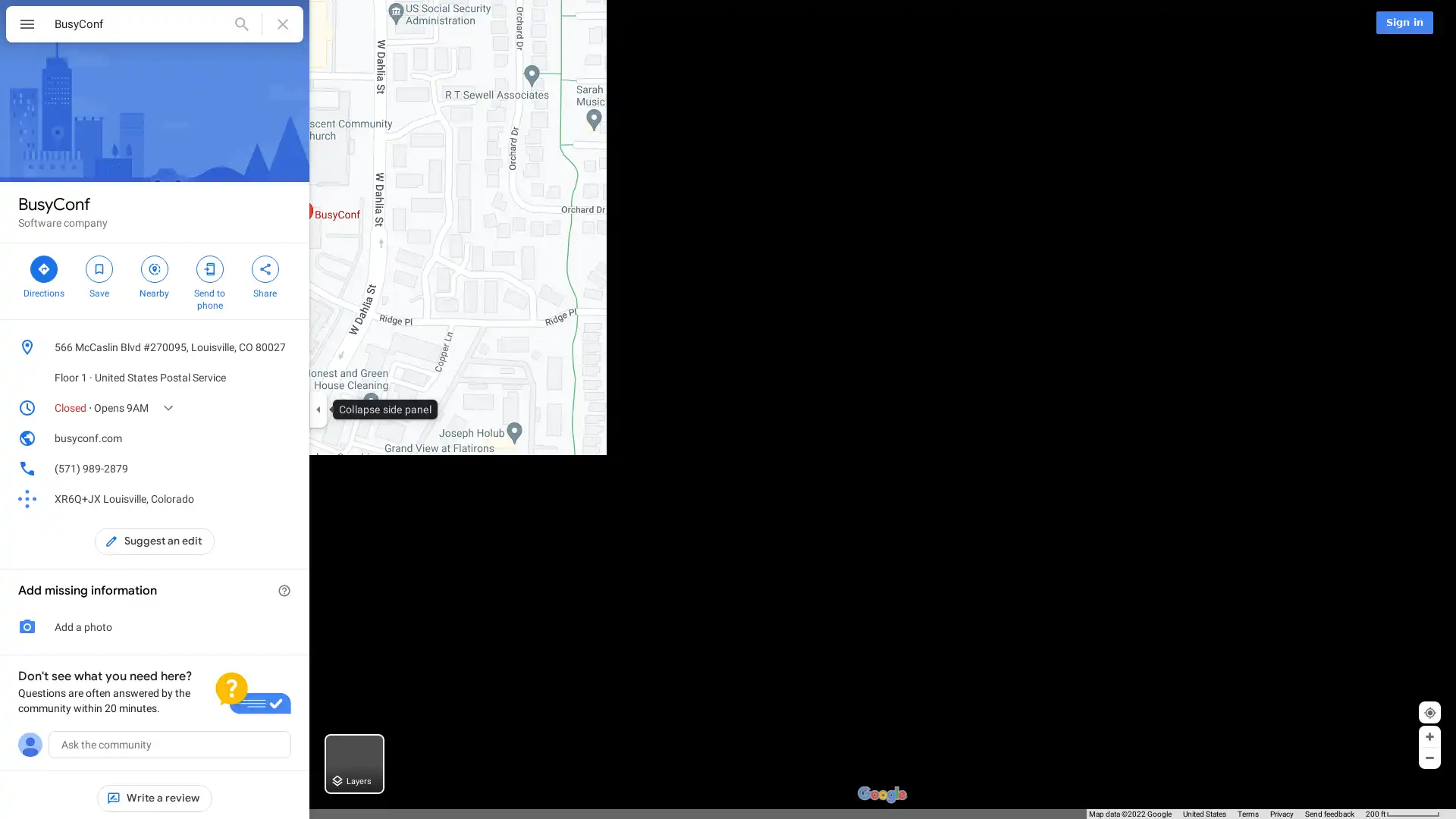  I want to click on Zoom in, so click(1429, 745).